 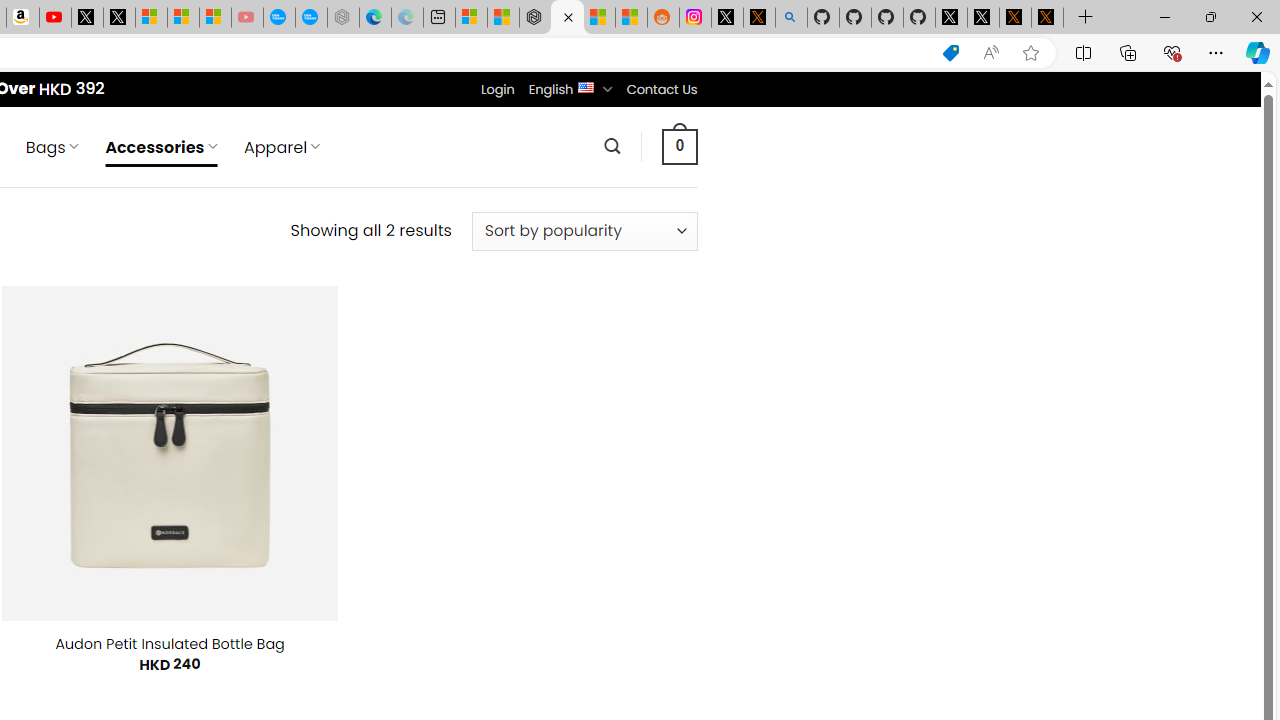 I want to click on 'Nordace - Baby Gear', so click(x=566, y=17).